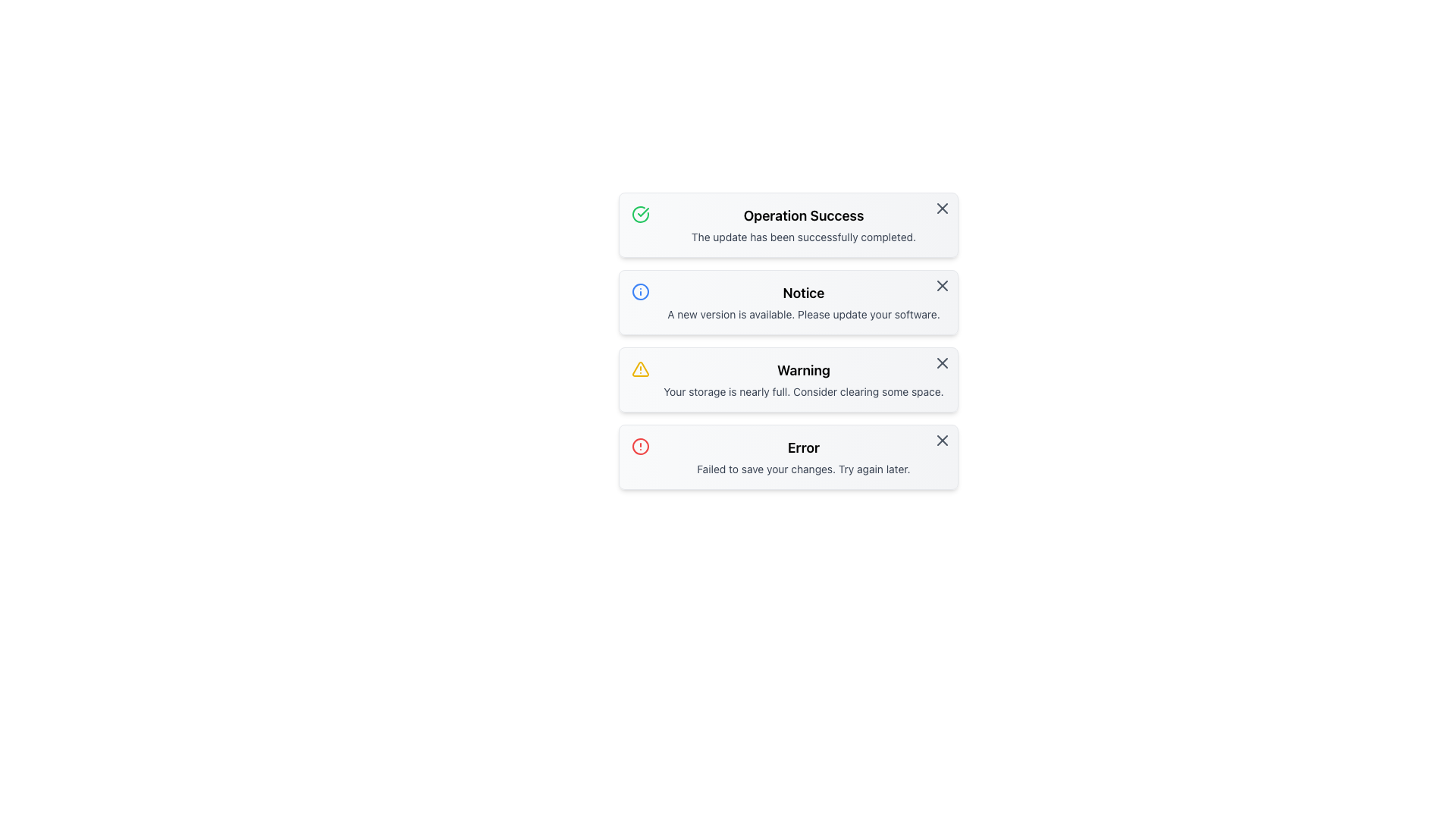  Describe the element at coordinates (803, 456) in the screenshot. I see `error notification box located at the bottom of the notification stack, which provides feedback about a failed action and suggests trying again later` at that location.